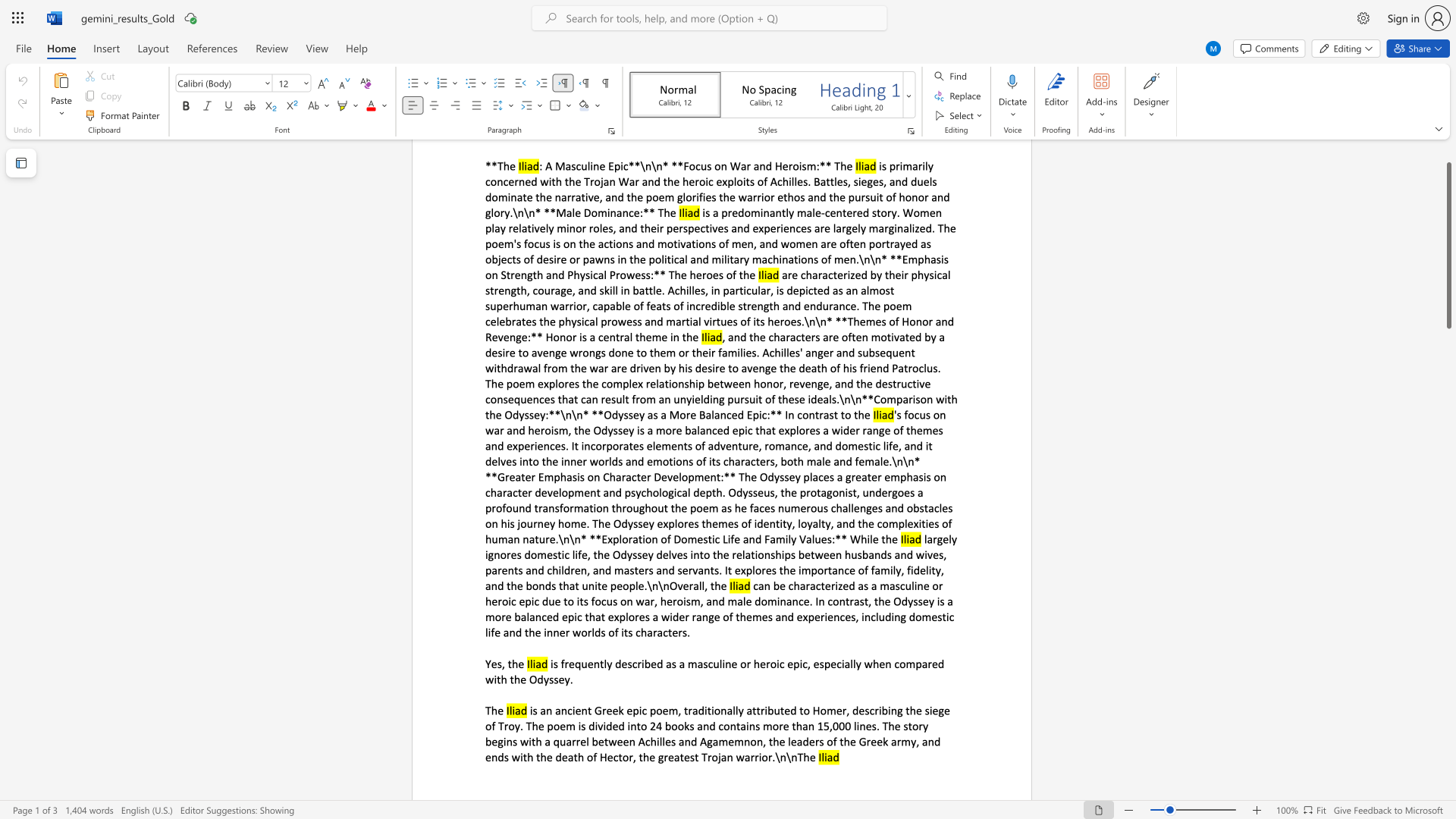 The height and width of the screenshot is (819, 1456). Describe the element at coordinates (1448, 245) in the screenshot. I see `the scrollbar and move up 50 pixels` at that location.